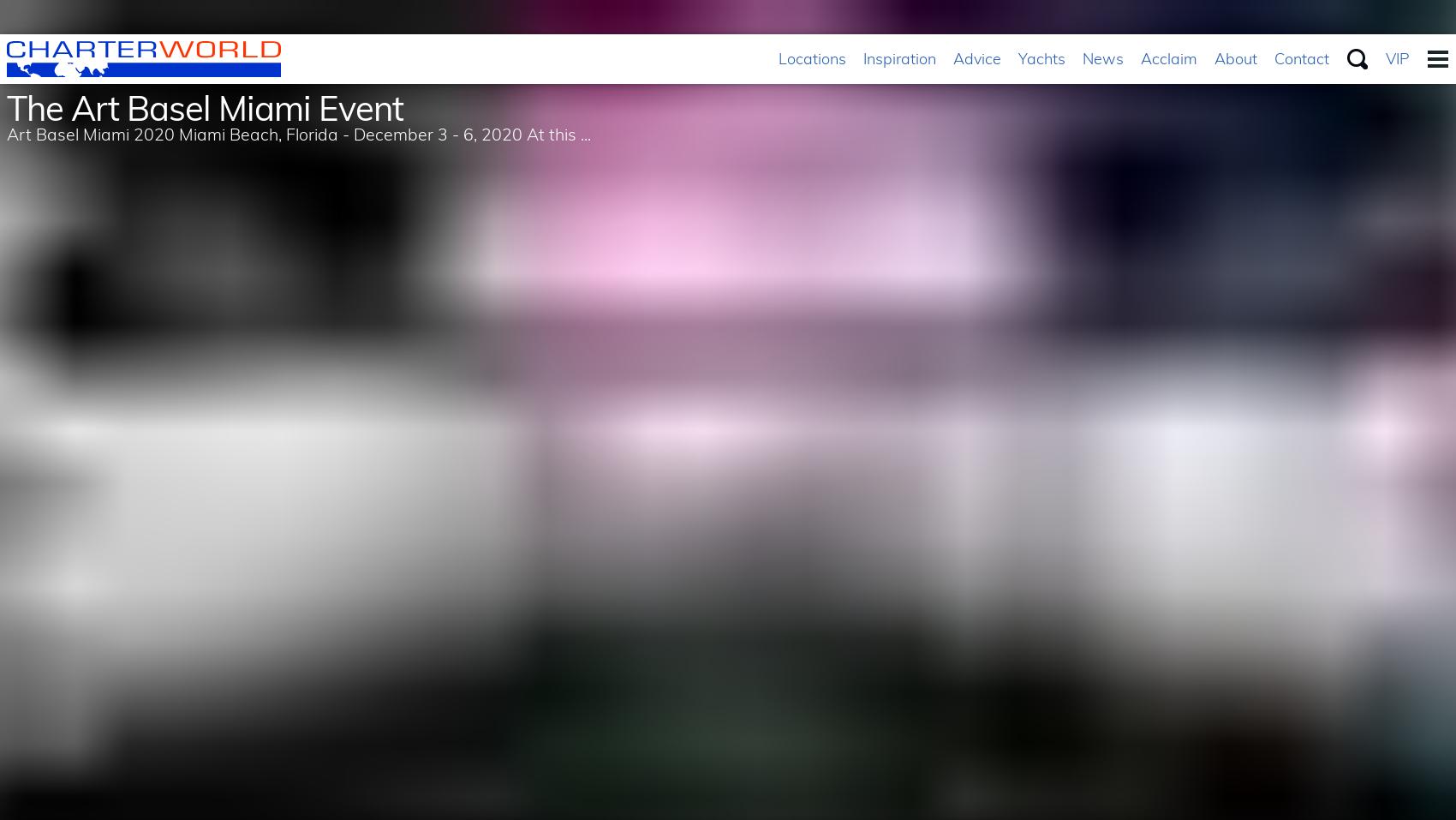 The height and width of the screenshot is (820, 1456). Describe the element at coordinates (898, 57) in the screenshot. I see `'Inspiration'` at that location.